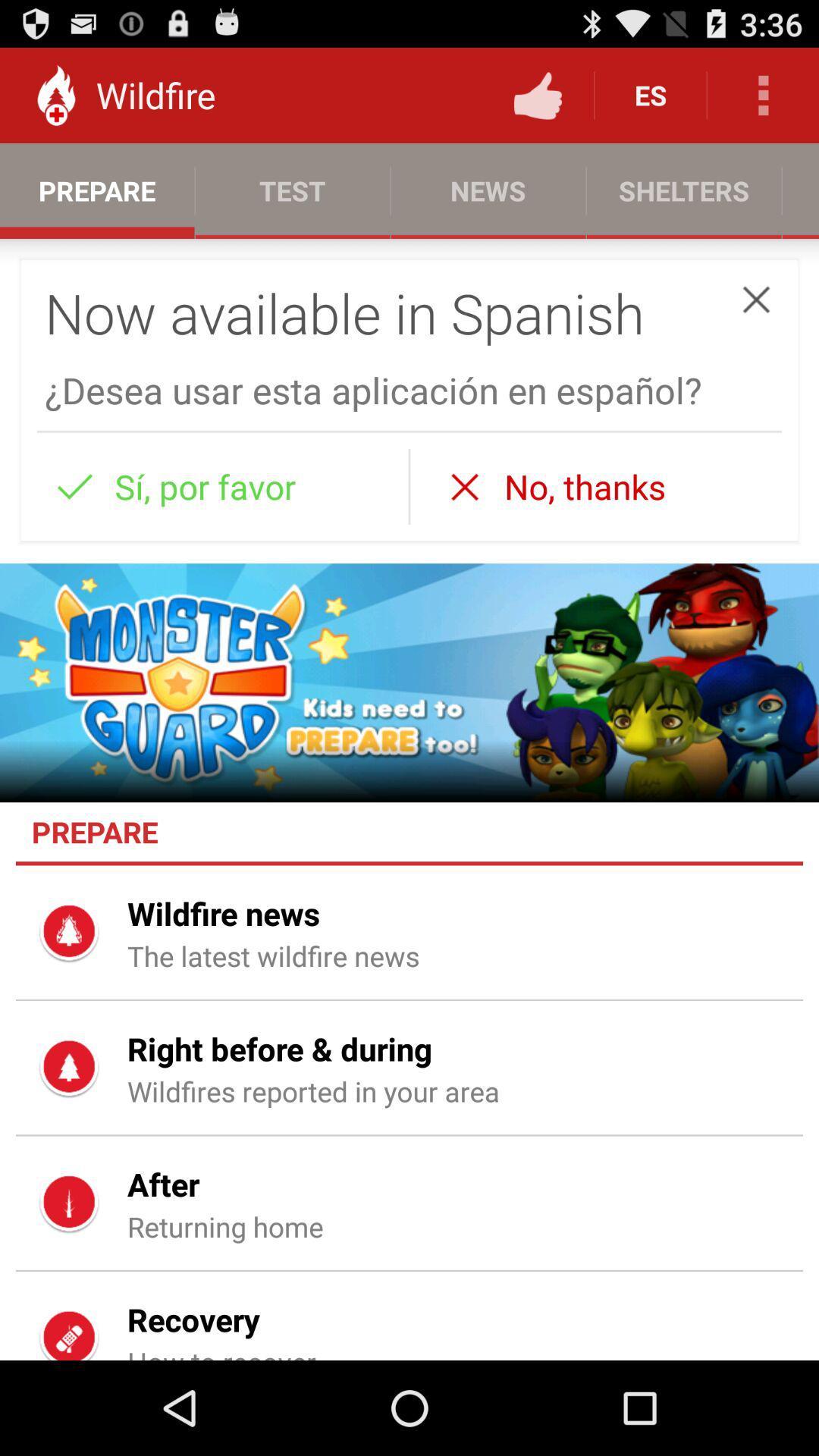 The height and width of the screenshot is (1456, 819). I want to click on the icon next to the es item, so click(537, 94).